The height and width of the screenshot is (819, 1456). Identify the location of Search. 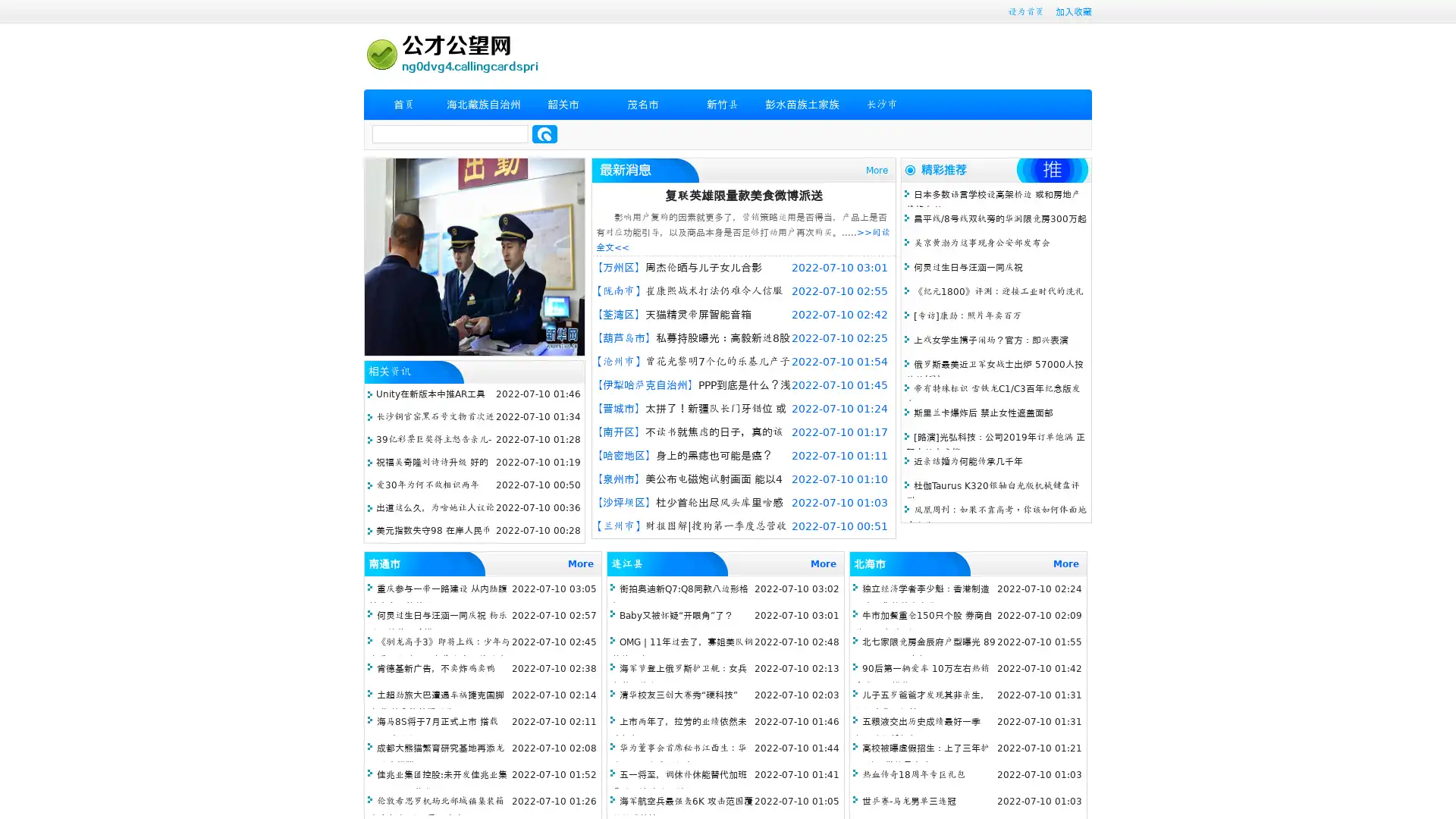
(544, 133).